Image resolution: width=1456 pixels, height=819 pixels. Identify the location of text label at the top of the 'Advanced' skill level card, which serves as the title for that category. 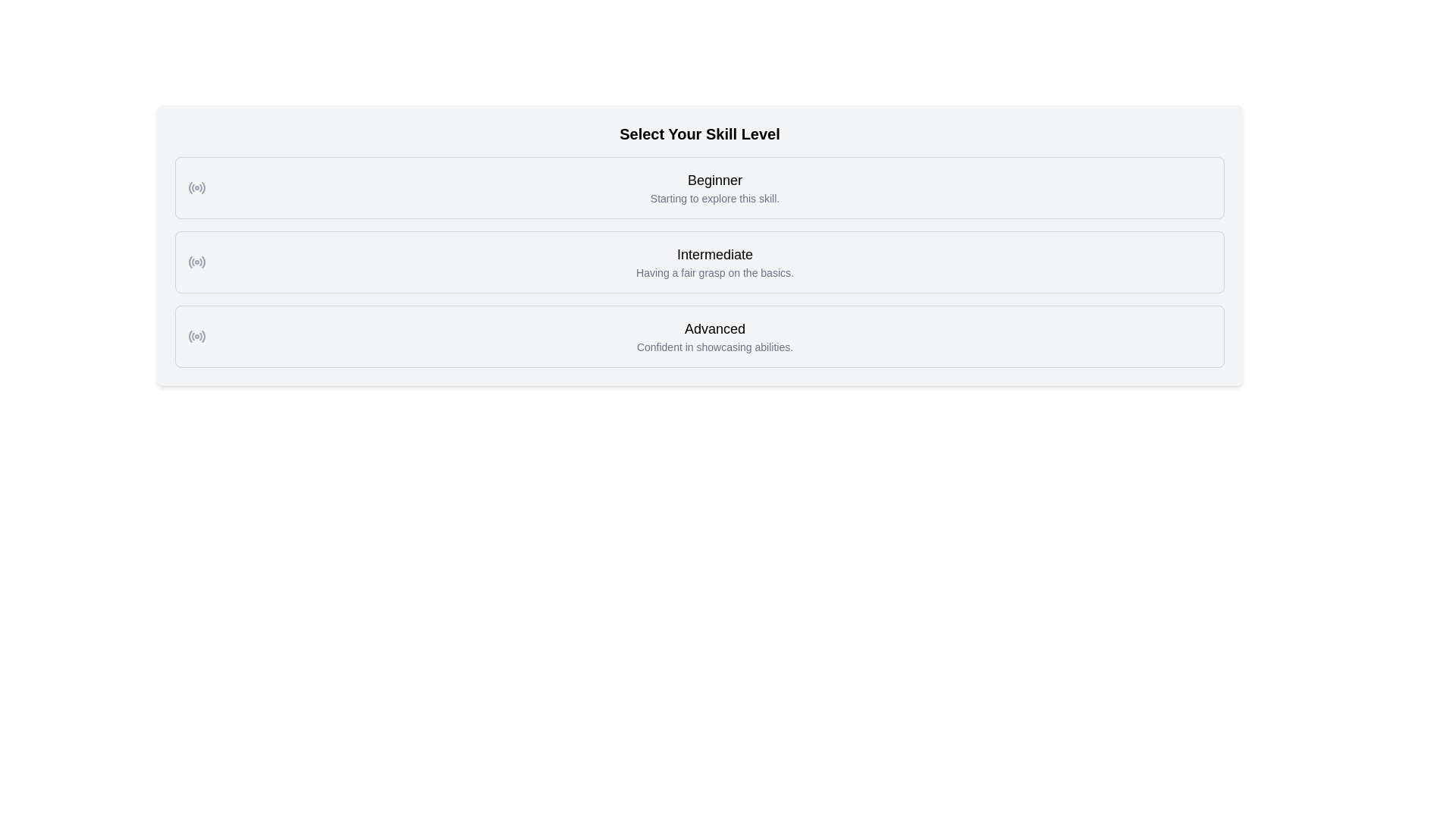
(714, 328).